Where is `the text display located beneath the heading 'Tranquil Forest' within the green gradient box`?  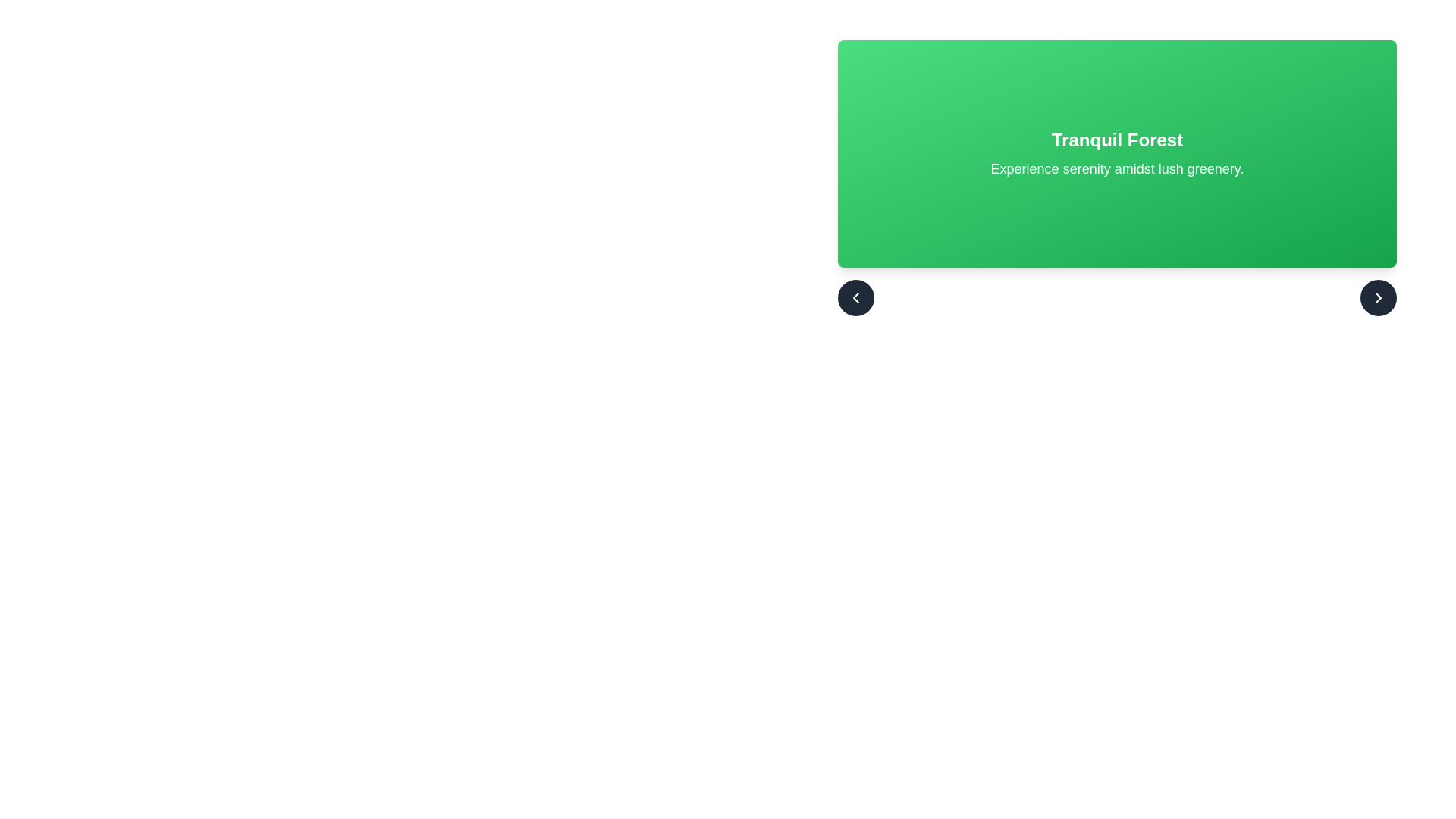
the text display located beneath the heading 'Tranquil Forest' within the green gradient box is located at coordinates (1117, 169).